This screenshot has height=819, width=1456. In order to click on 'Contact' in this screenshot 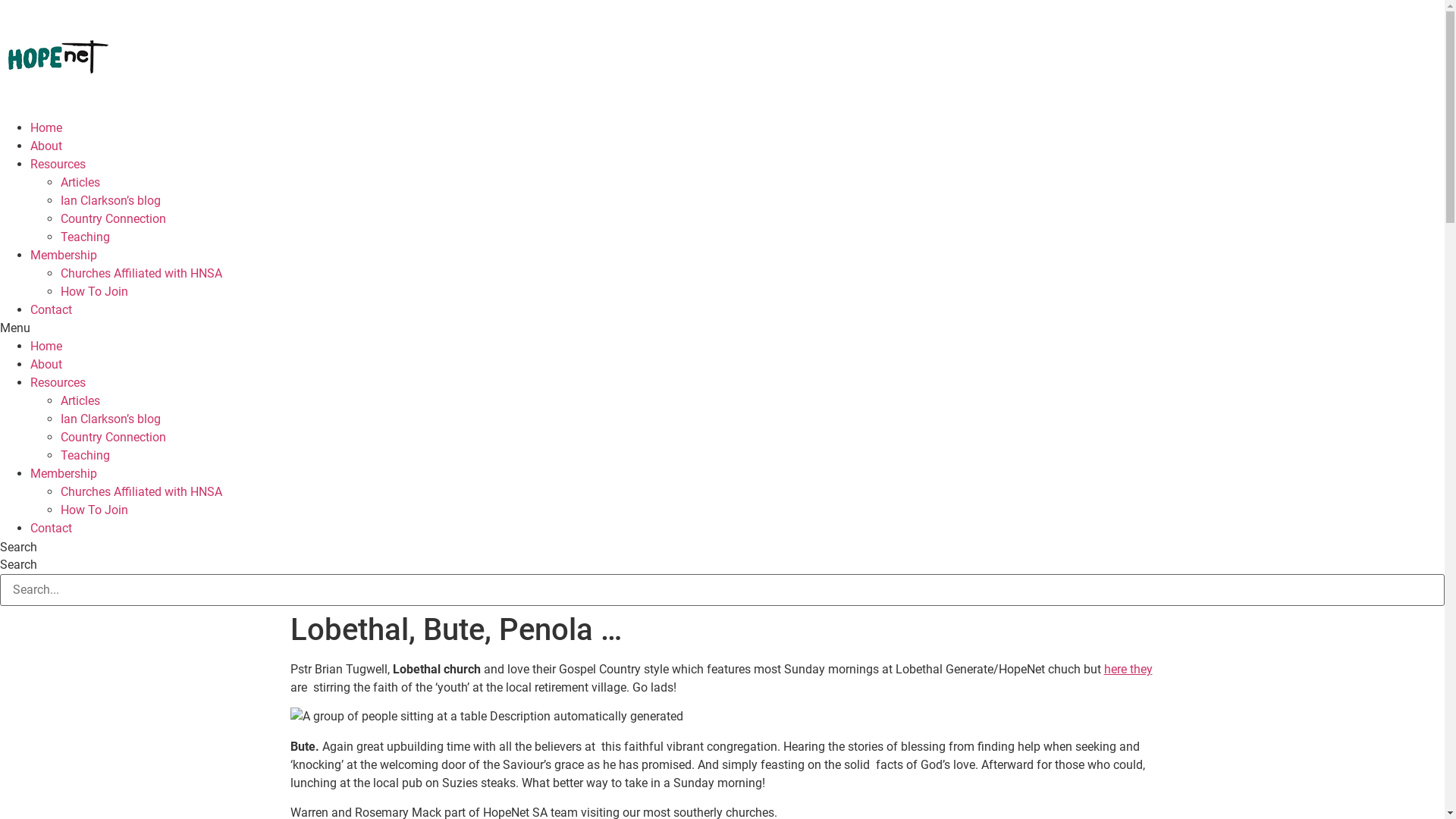, I will do `click(51, 527)`.